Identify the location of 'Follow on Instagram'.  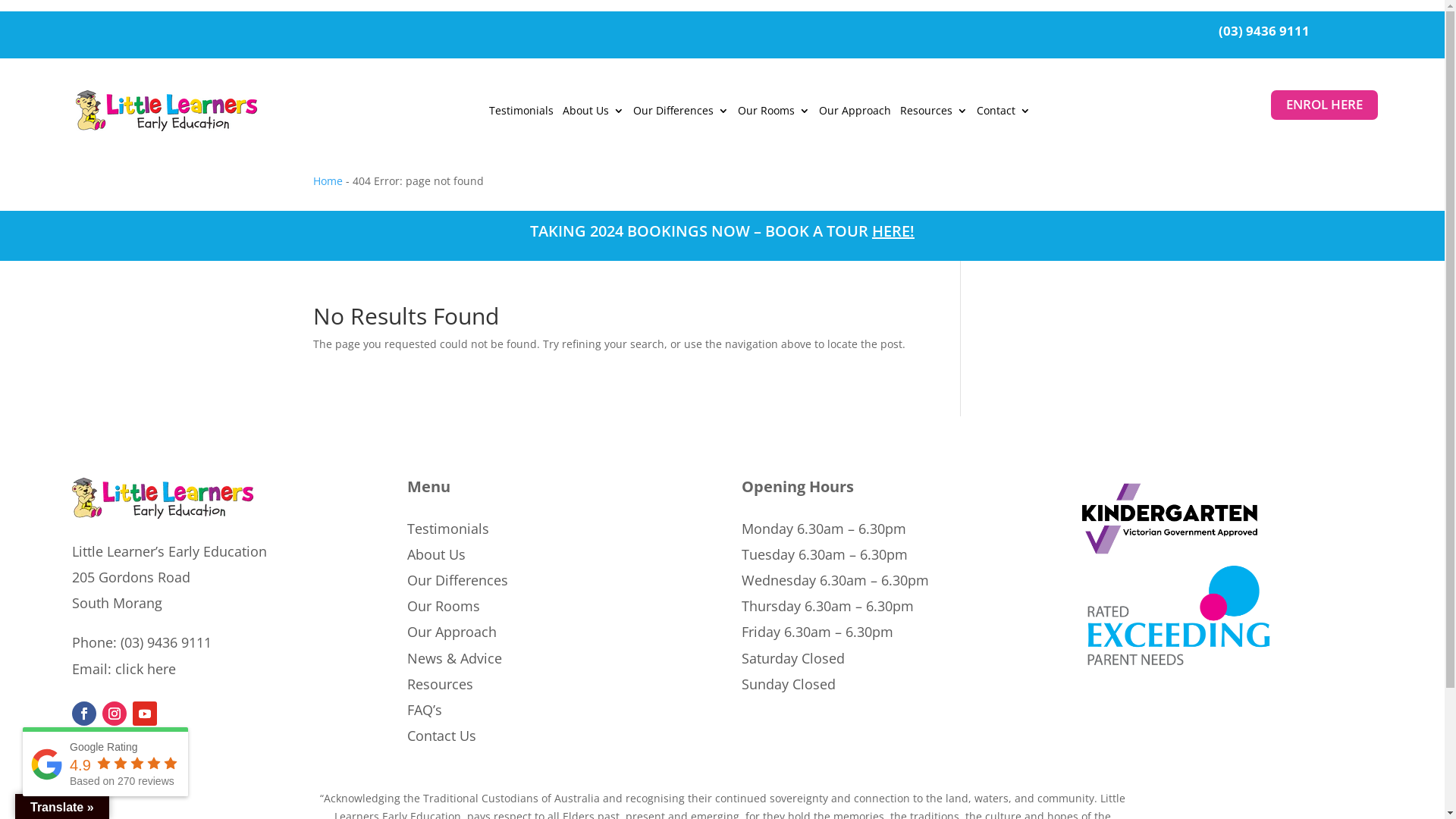
(101, 714).